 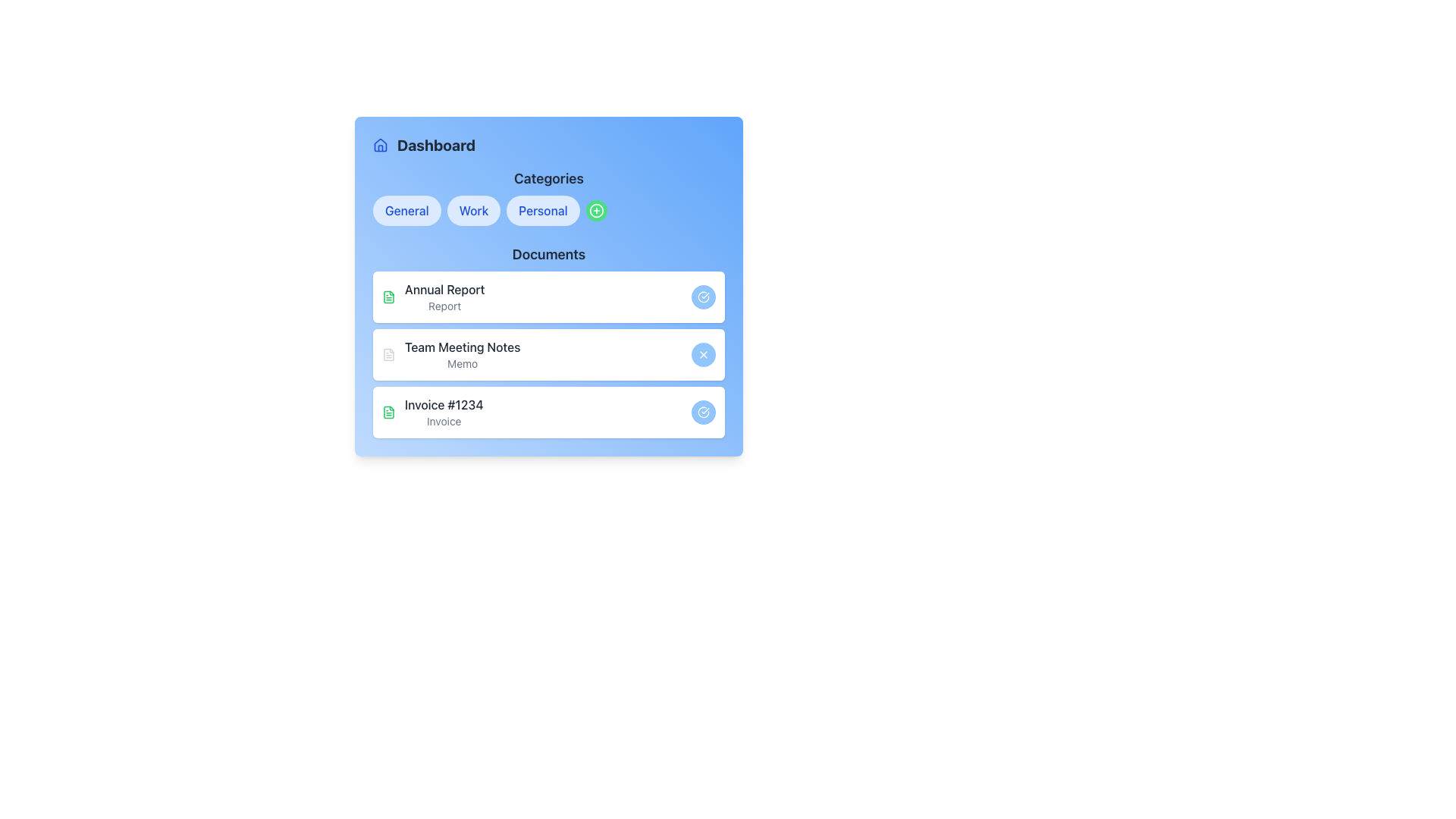 What do you see at coordinates (595, 210) in the screenshot?
I see `the green button in the 'Categories' section` at bounding box center [595, 210].